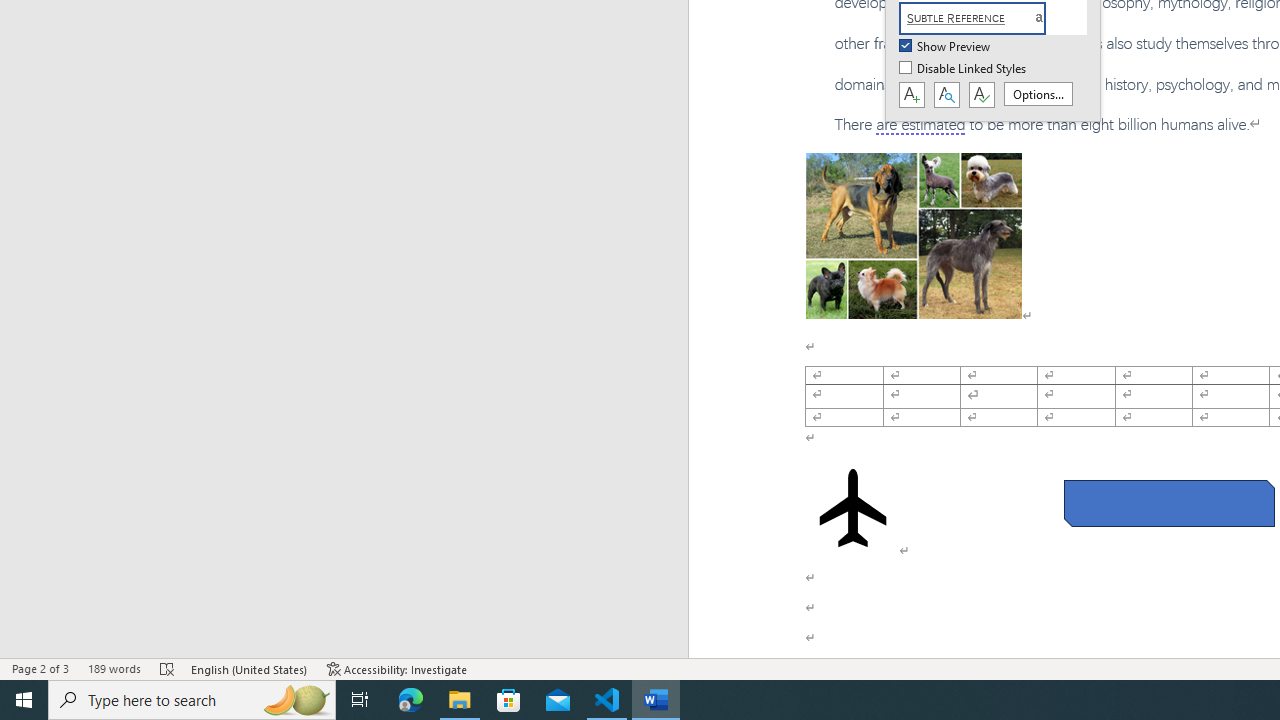 This screenshot has height=720, width=1280. I want to click on 'Airplane with solid fill', so click(853, 506).